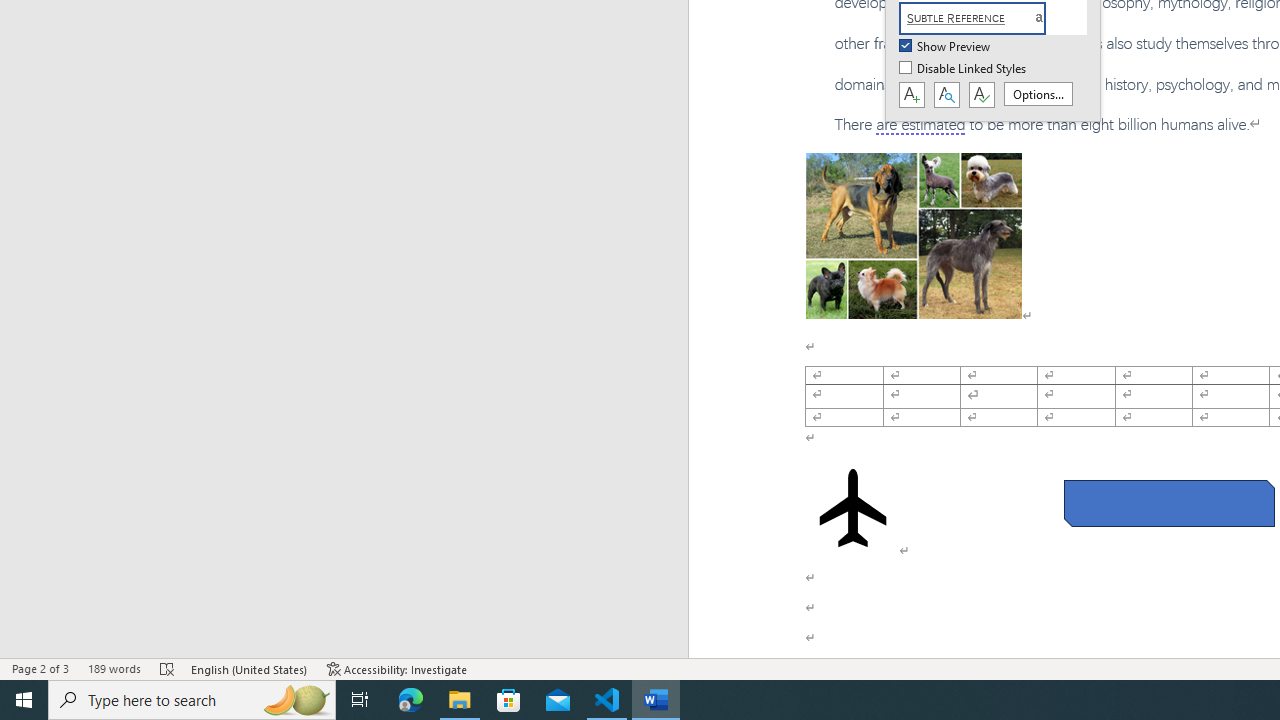 This screenshot has height=720, width=1280. I want to click on 'Airplane with solid fill', so click(853, 506).